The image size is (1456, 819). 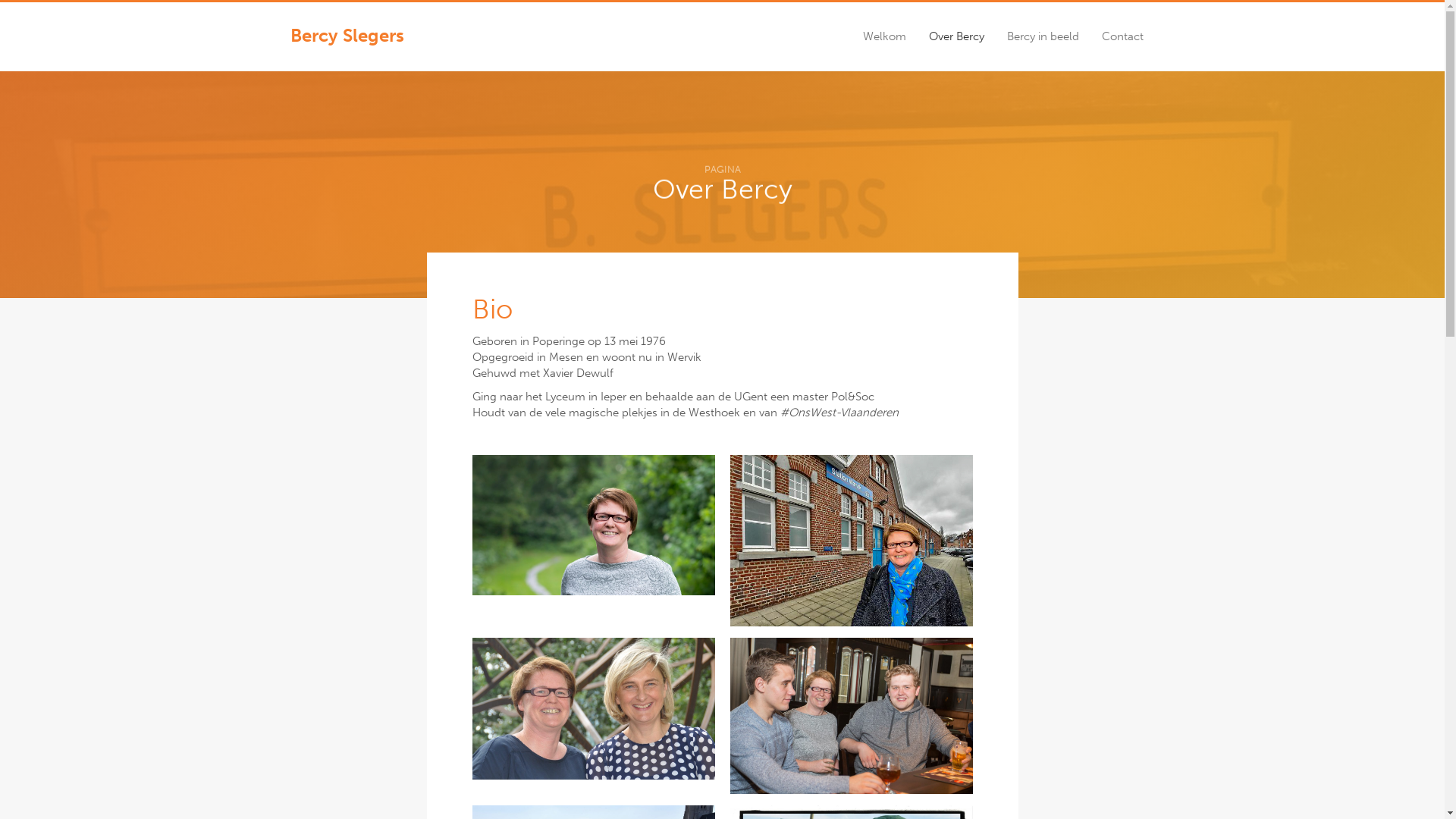 What do you see at coordinates (955, 35) in the screenshot?
I see `'Over Bercy'` at bounding box center [955, 35].